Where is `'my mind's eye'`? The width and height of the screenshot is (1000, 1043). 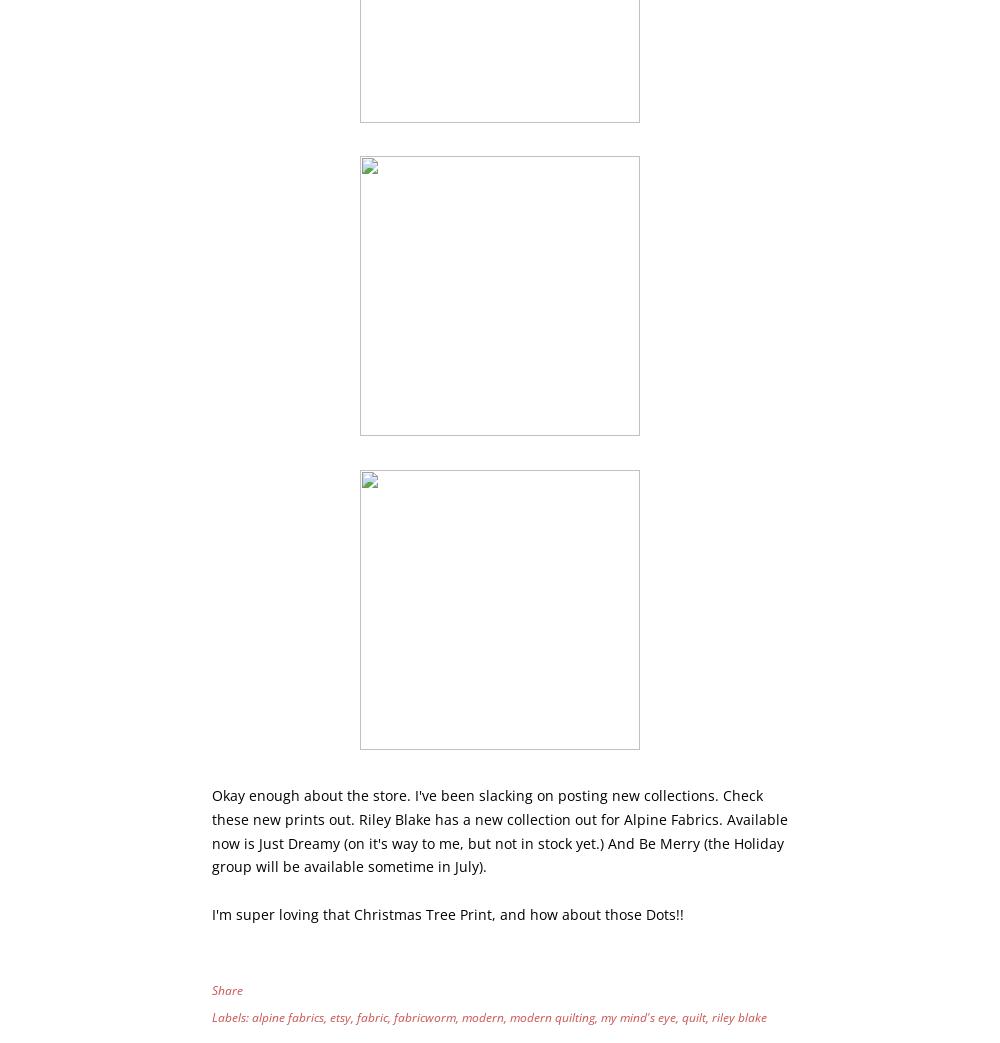 'my mind's eye' is located at coordinates (600, 1017).